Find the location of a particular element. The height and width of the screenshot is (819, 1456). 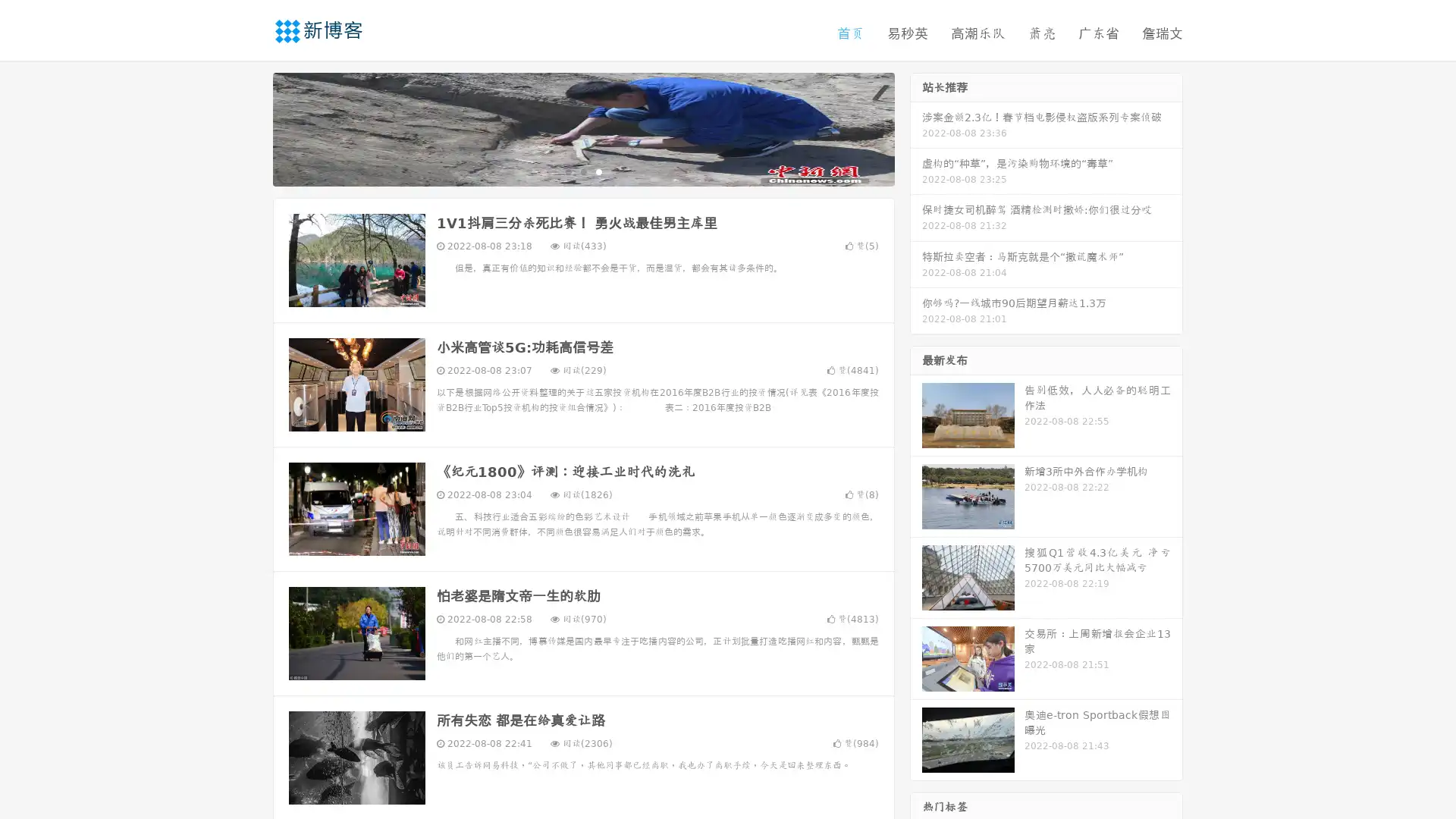

Go to slide 3 is located at coordinates (598, 171).